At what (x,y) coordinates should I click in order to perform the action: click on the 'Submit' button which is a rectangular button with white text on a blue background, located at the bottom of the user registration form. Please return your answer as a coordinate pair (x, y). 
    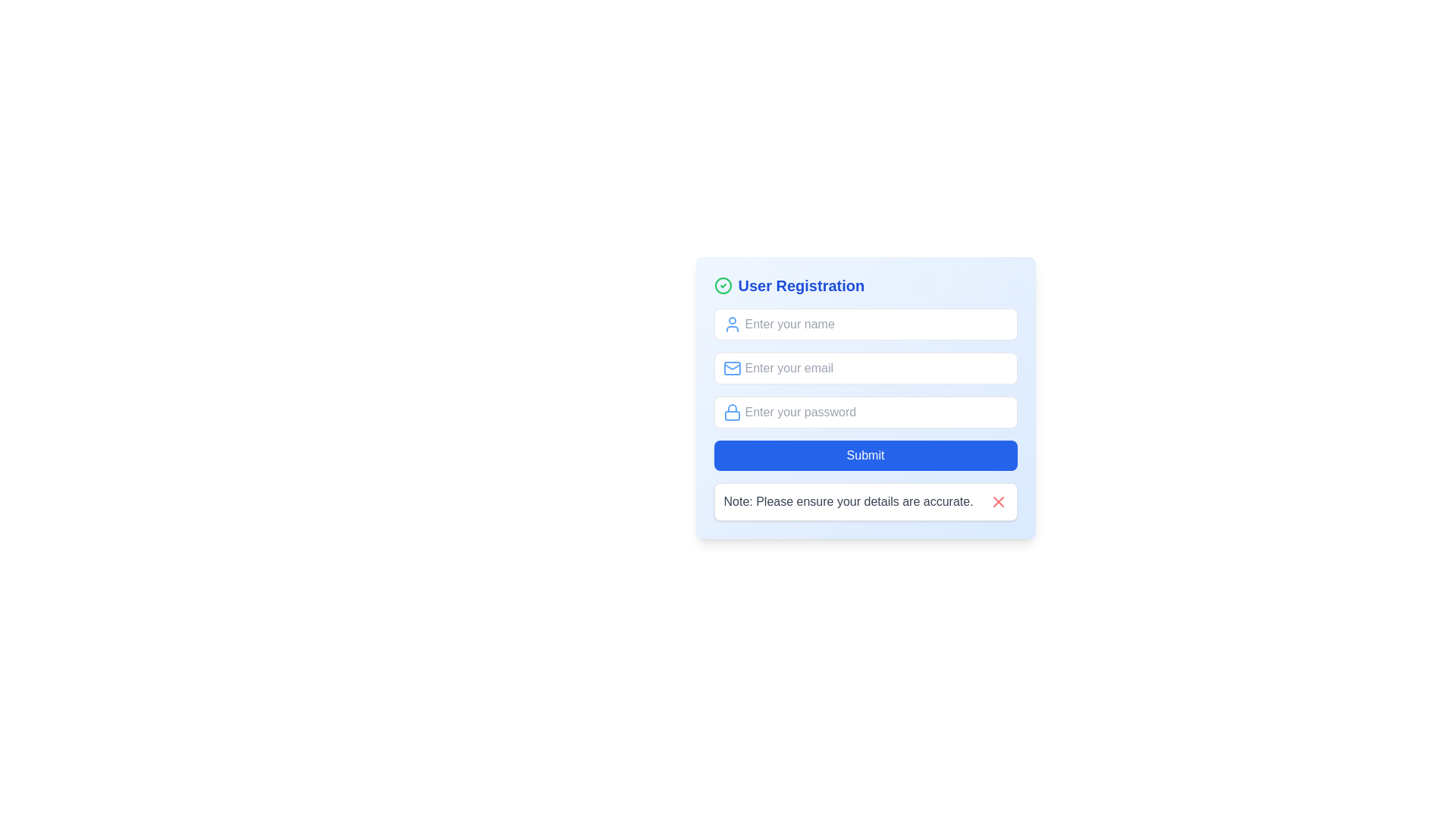
    Looking at the image, I should click on (865, 455).